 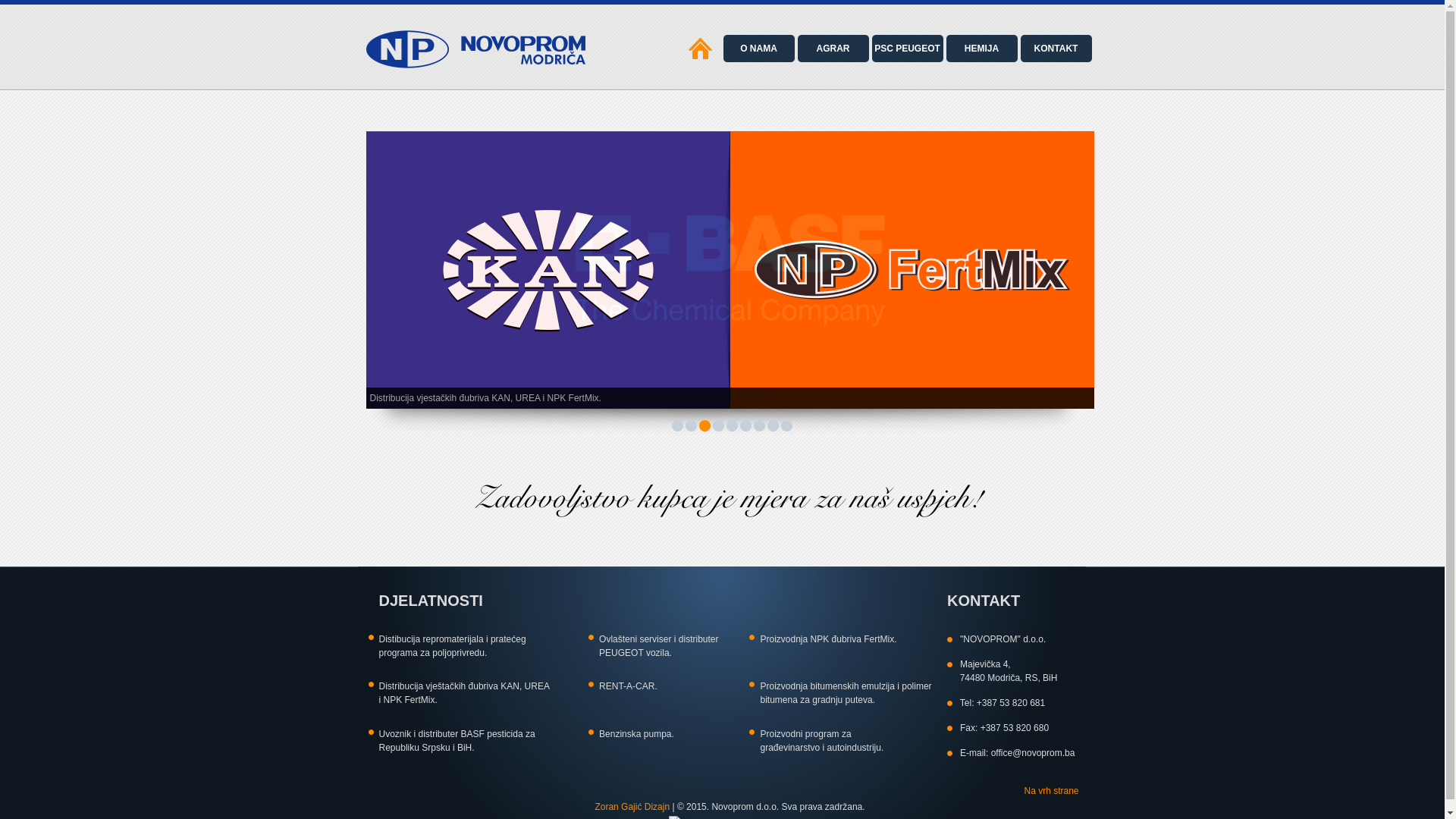 What do you see at coordinates (1055, 48) in the screenshot?
I see `'KONTAKT'` at bounding box center [1055, 48].